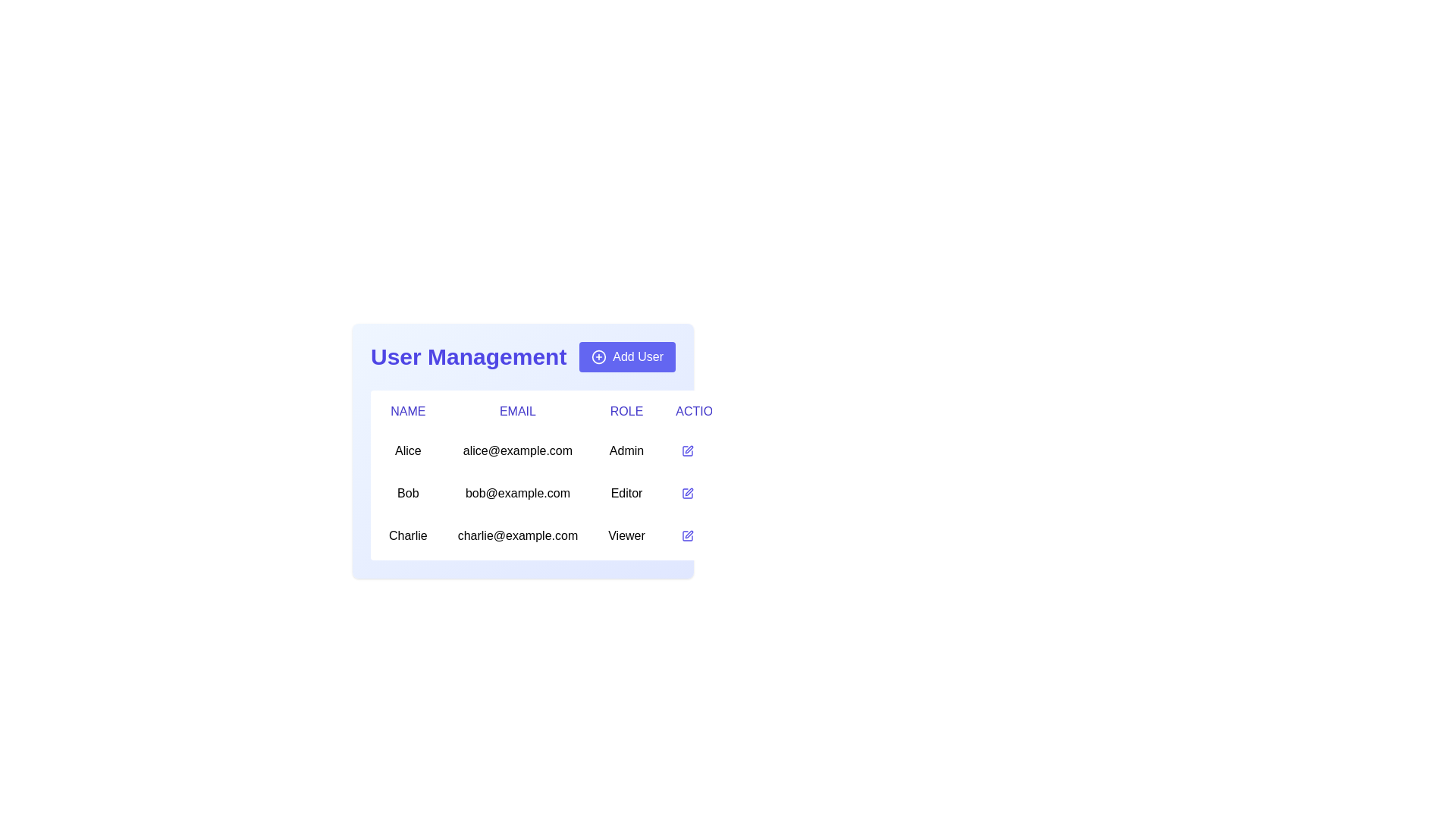 This screenshot has height=819, width=1456. What do you see at coordinates (717, 535) in the screenshot?
I see `the delete button associated with user 'Charlie' located in the bottommost row of the 'Actions' column in the user management table` at bounding box center [717, 535].